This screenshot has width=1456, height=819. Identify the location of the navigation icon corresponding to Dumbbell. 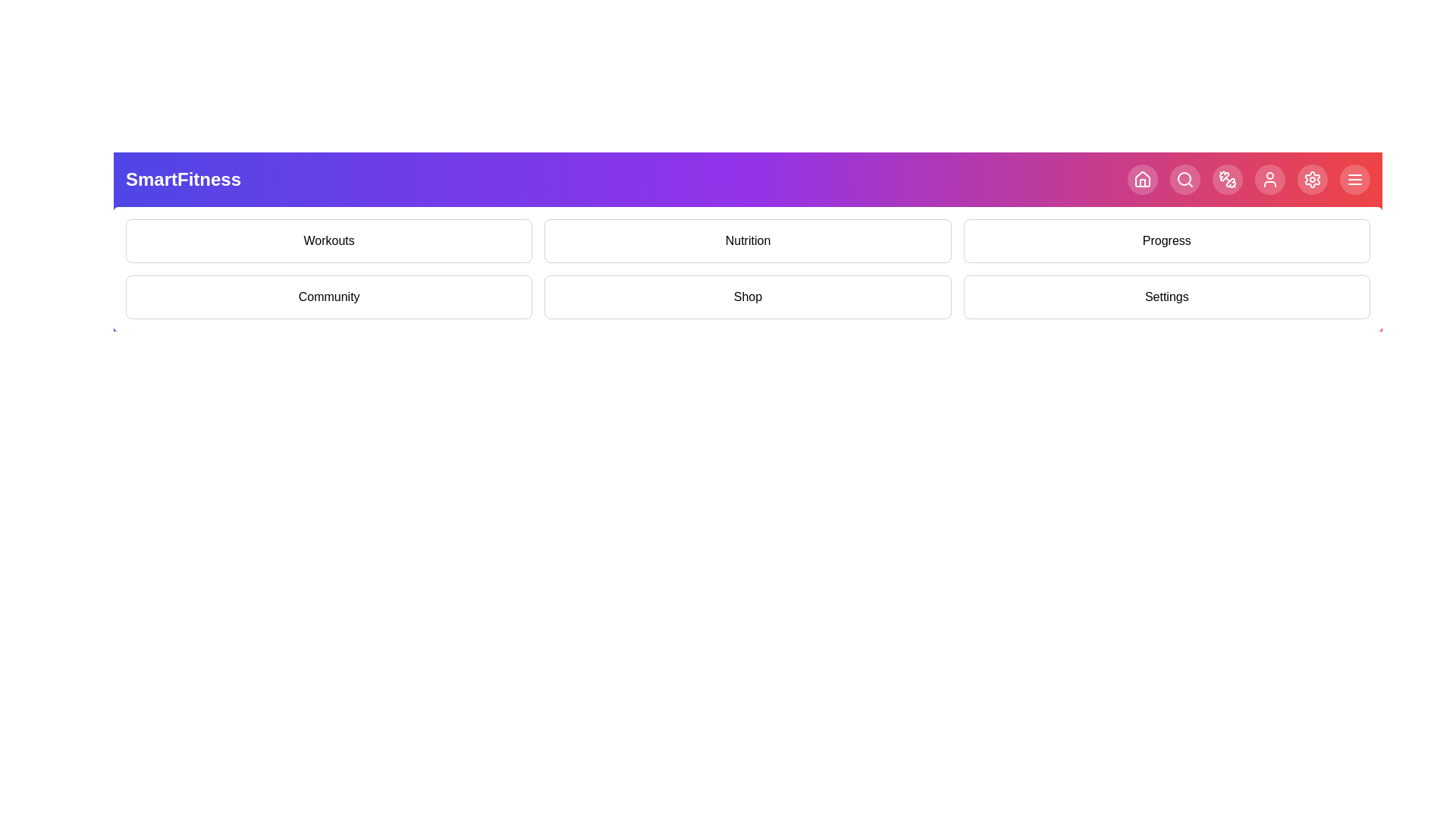
(1227, 178).